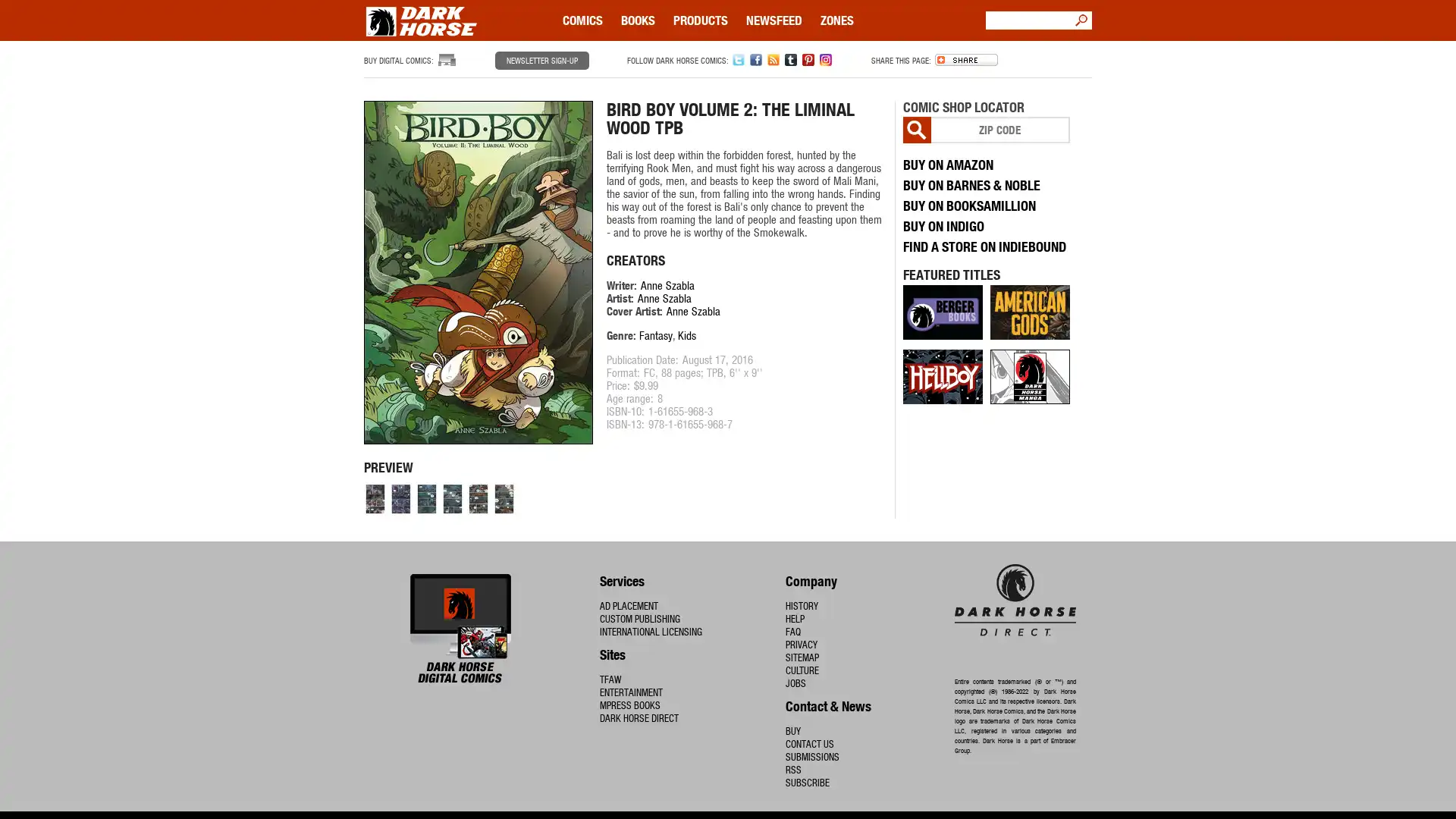  What do you see at coordinates (916, 128) in the screenshot?
I see `Go` at bounding box center [916, 128].